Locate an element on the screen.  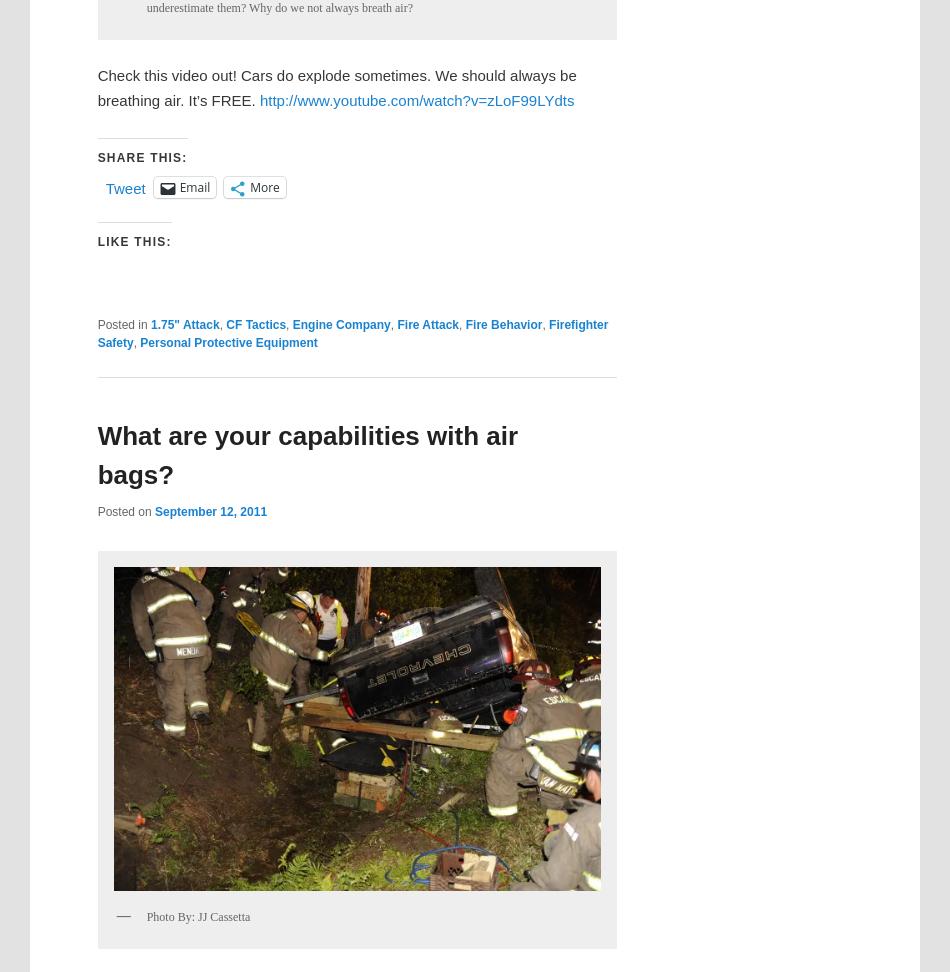
'Posted in' is located at coordinates (121, 324).